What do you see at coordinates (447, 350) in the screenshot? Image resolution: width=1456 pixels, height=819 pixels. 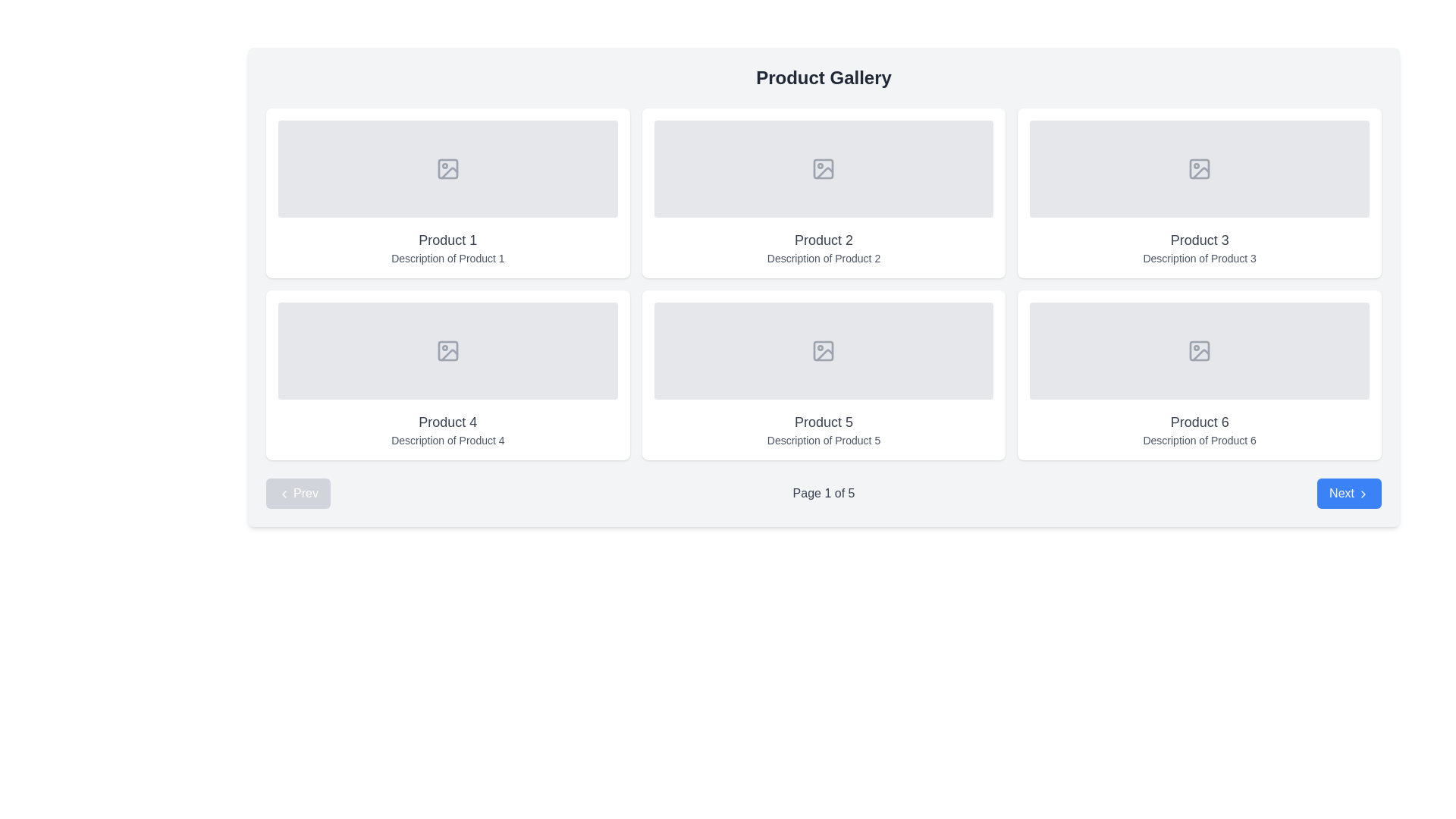 I see `the icon depicting an image placeholder with a mountain silhouette and a circular sun or moon, located in the second row, first column of the grid under 'Product 4 Description of Product 4'` at bounding box center [447, 350].